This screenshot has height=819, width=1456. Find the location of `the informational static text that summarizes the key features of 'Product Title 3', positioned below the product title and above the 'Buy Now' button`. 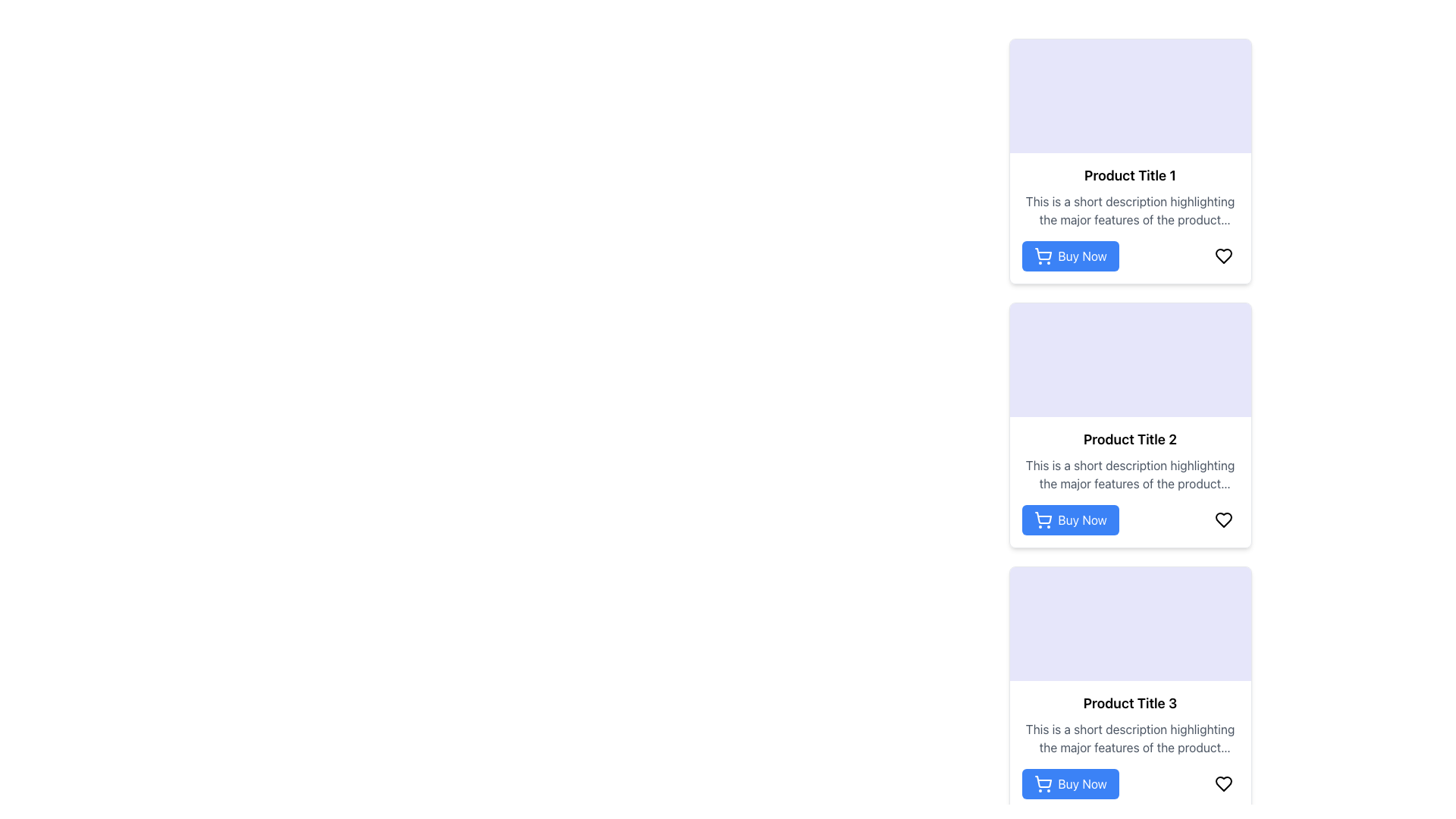

the informational static text that summarizes the key features of 'Product Title 3', positioned below the product title and above the 'Buy Now' button is located at coordinates (1130, 738).